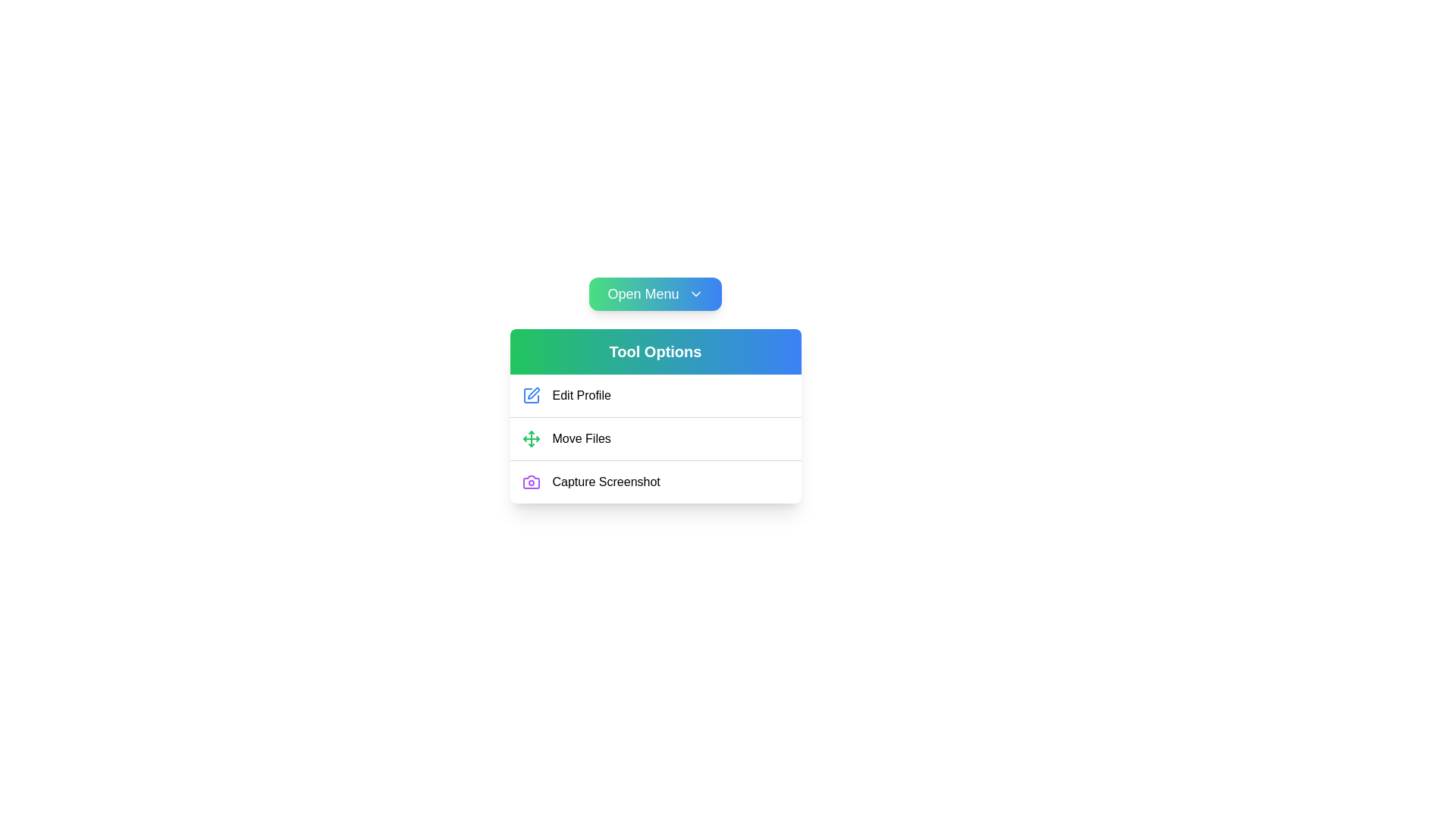 The image size is (1456, 819). Describe the element at coordinates (655, 482) in the screenshot. I see `the screenshot button located as the third item in the vertical menu, beneath 'Edit Profile' and 'Move Files'` at that location.